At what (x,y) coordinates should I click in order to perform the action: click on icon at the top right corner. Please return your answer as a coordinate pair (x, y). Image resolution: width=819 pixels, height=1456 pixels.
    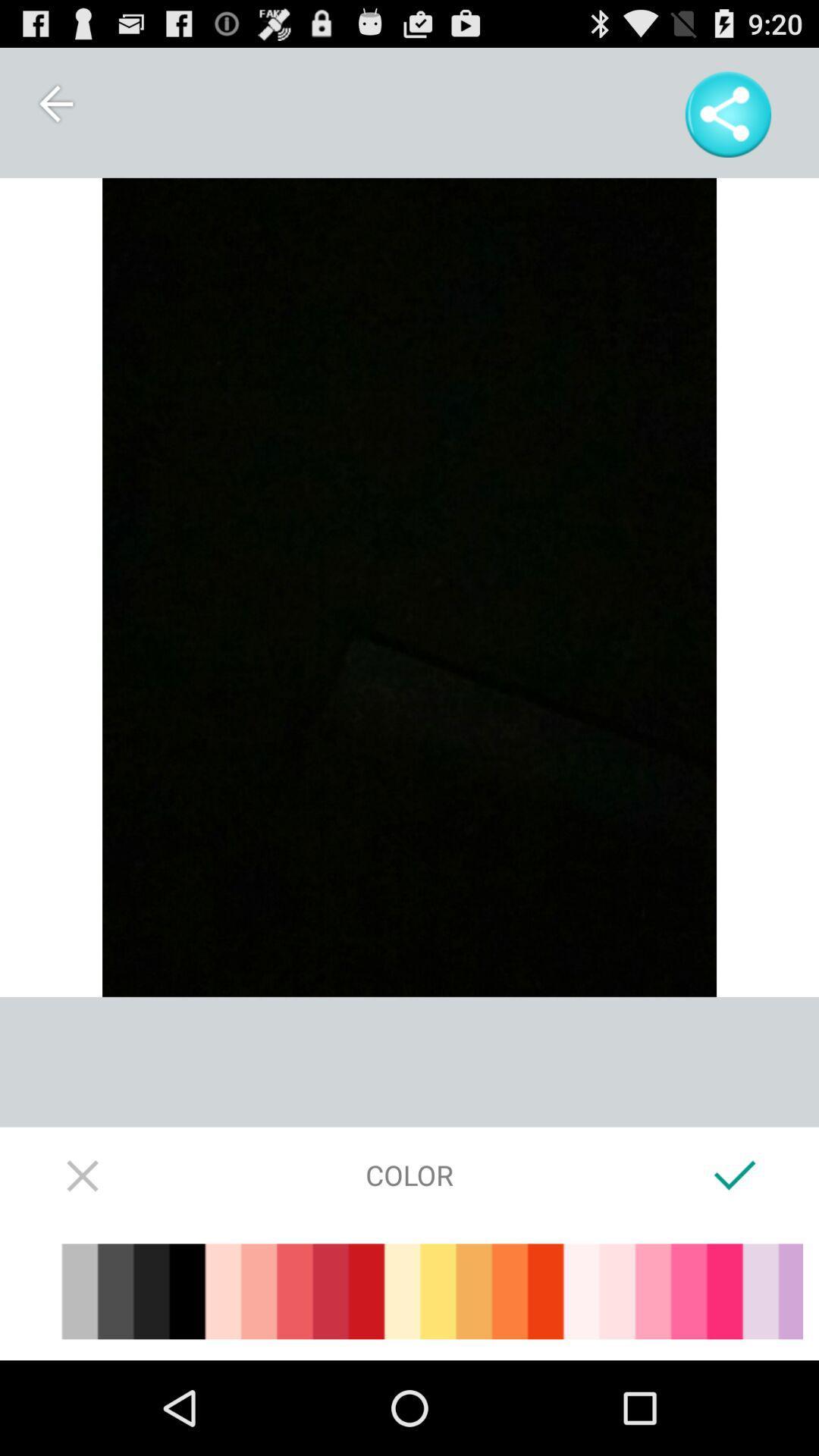
    Looking at the image, I should click on (727, 114).